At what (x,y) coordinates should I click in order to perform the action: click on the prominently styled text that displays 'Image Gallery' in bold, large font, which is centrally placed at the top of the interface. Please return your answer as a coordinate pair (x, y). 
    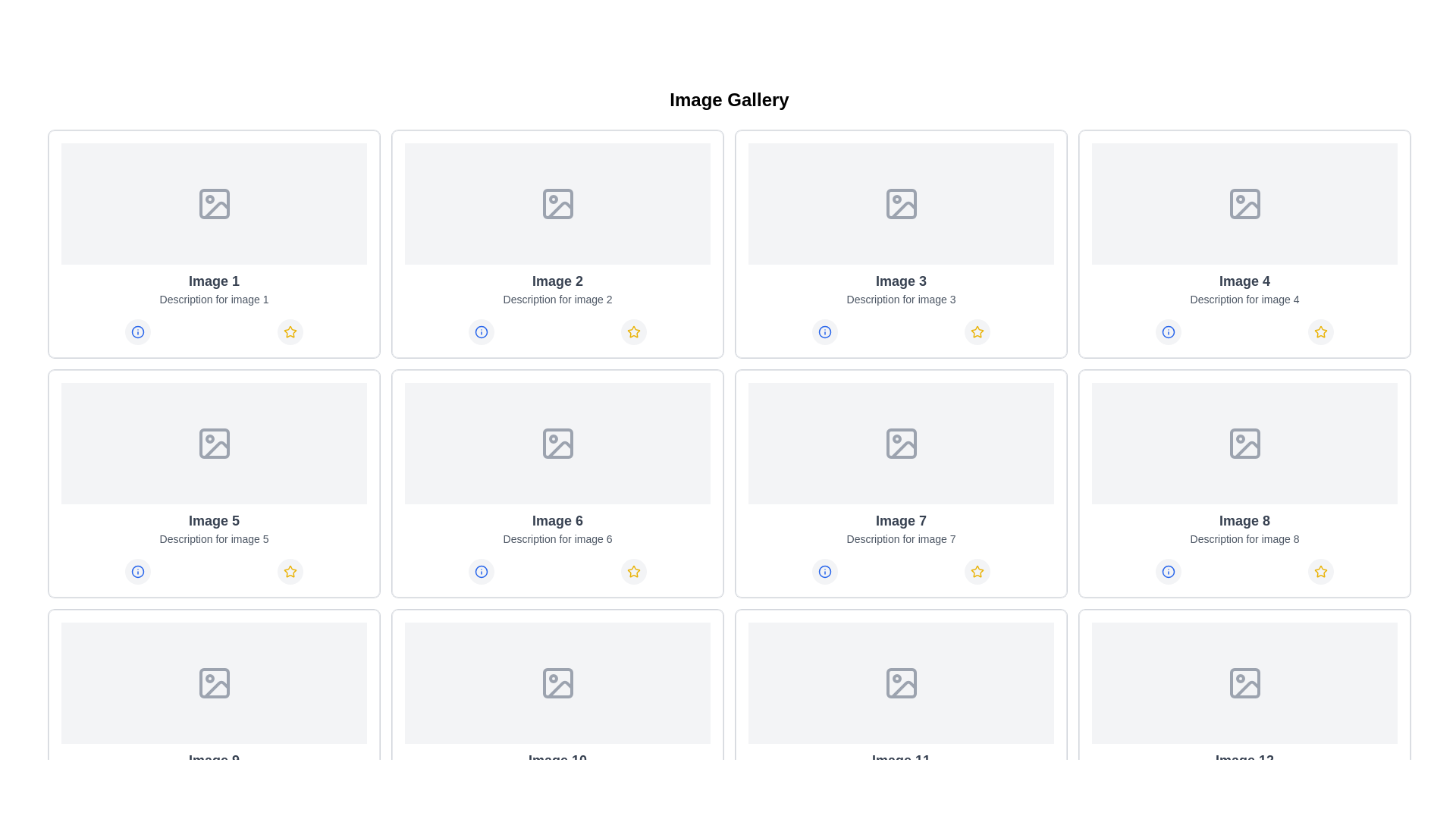
    Looking at the image, I should click on (729, 99).